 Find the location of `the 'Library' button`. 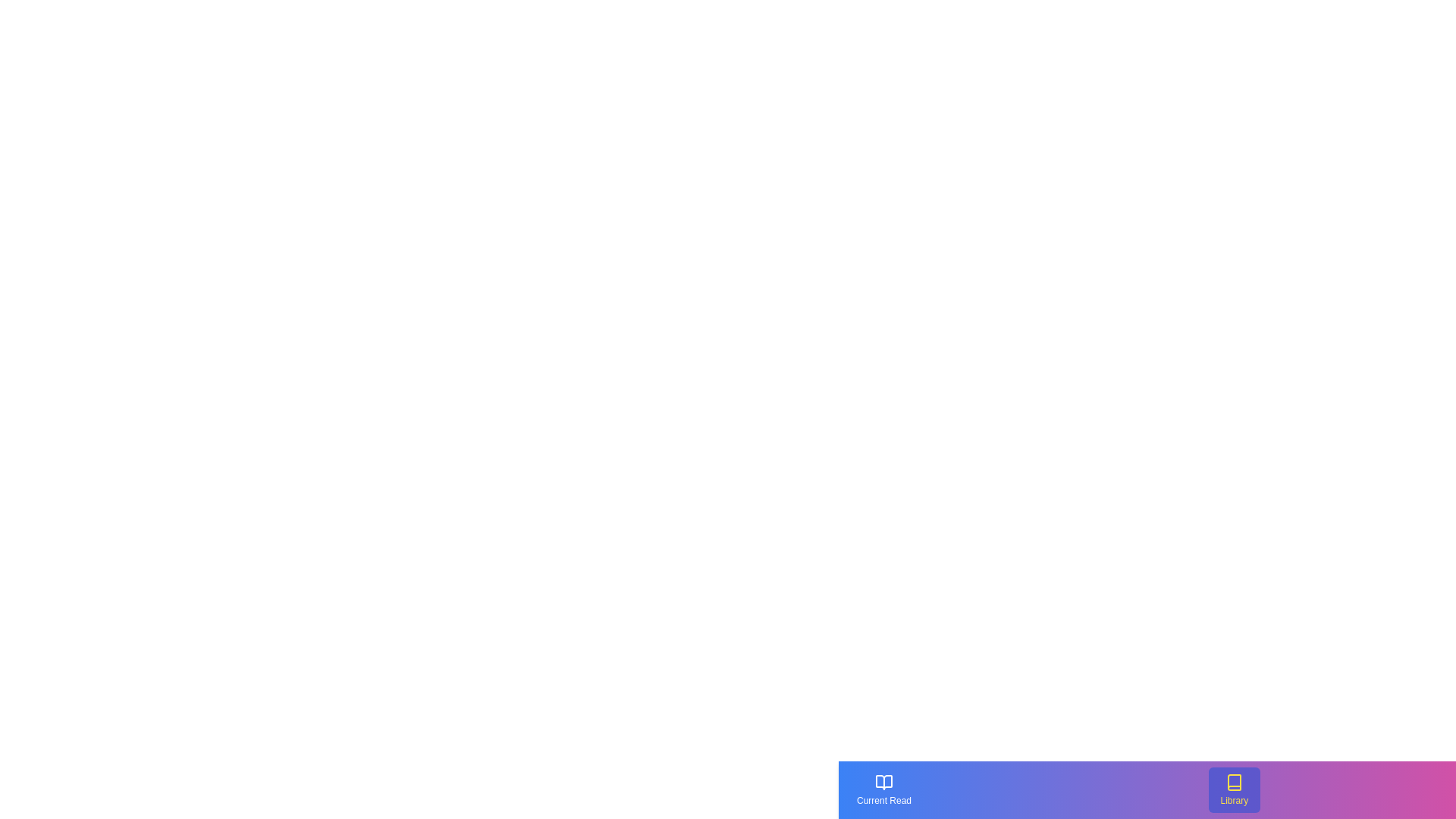

the 'Library' button is located at coordinates (1234, 789).